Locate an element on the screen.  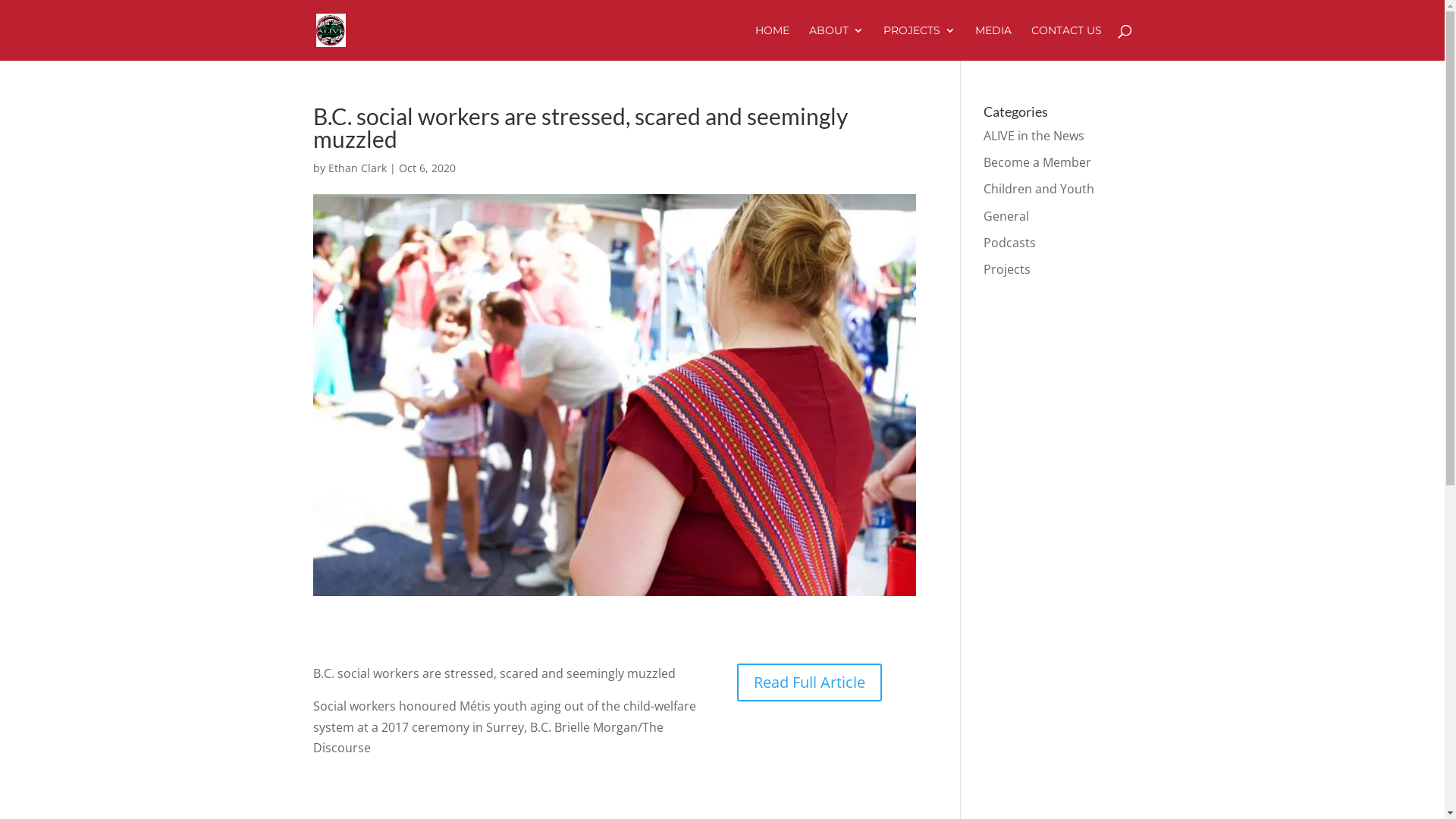
'Become a Member' is located at coordinates (1037, 162).